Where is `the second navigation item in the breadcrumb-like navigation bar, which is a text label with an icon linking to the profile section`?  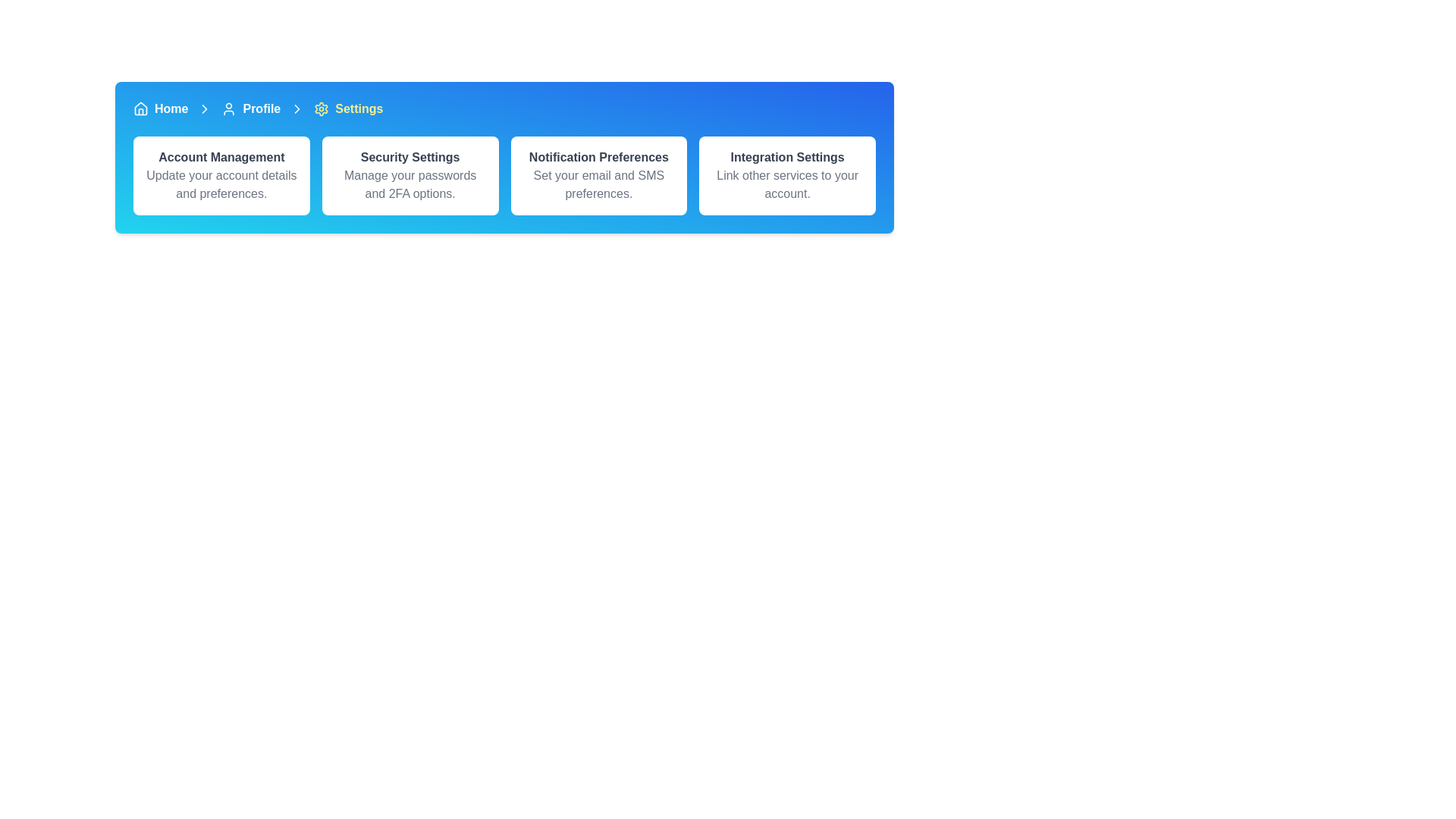 the second navigation item in the breadcrumb-like navigation bar, which is a text label with an icon linking to the profile section is located at coordinates (251, 108).